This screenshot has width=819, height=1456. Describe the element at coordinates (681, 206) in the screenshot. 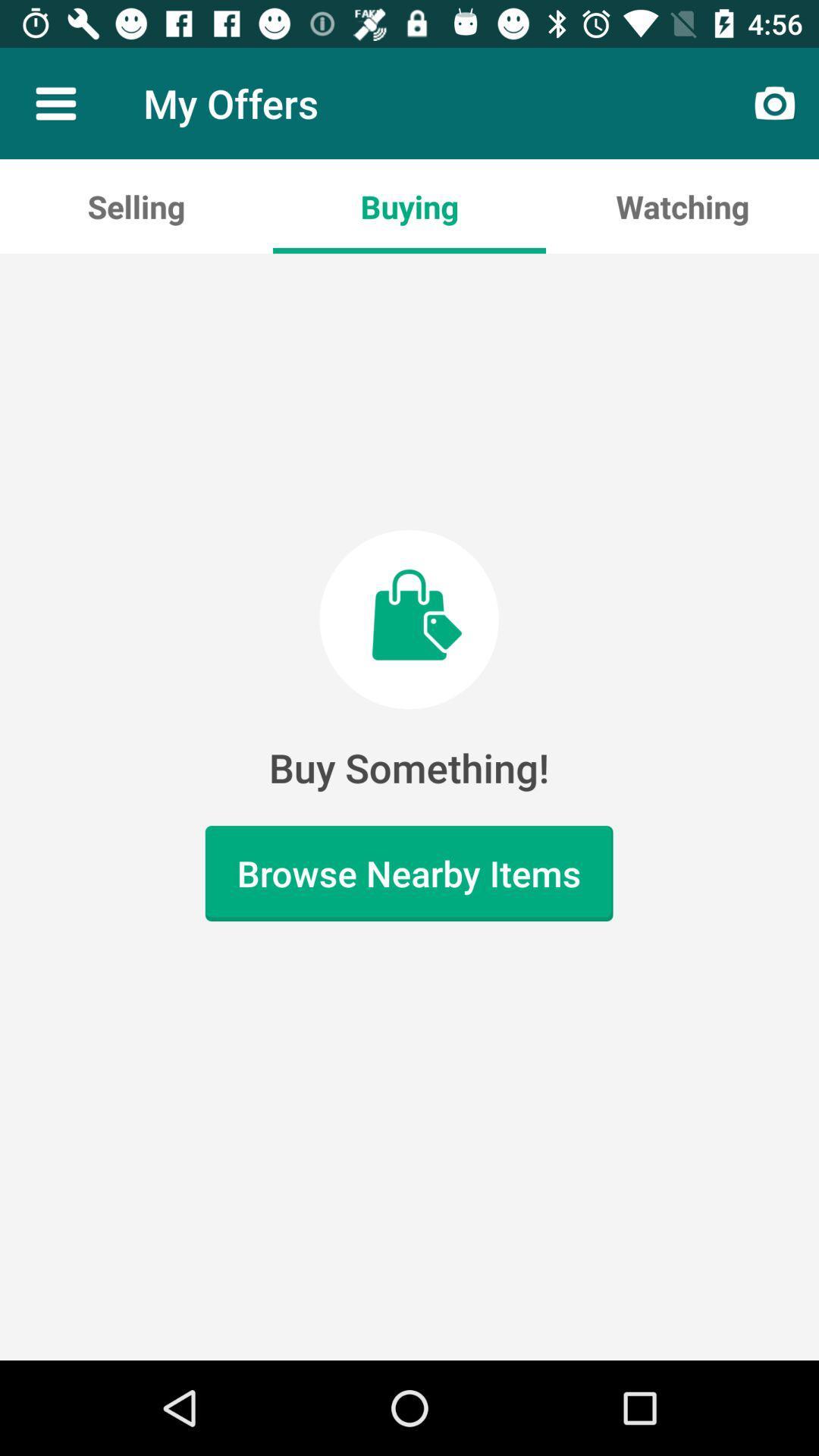

I see `icon to the right of buying app` at that location.